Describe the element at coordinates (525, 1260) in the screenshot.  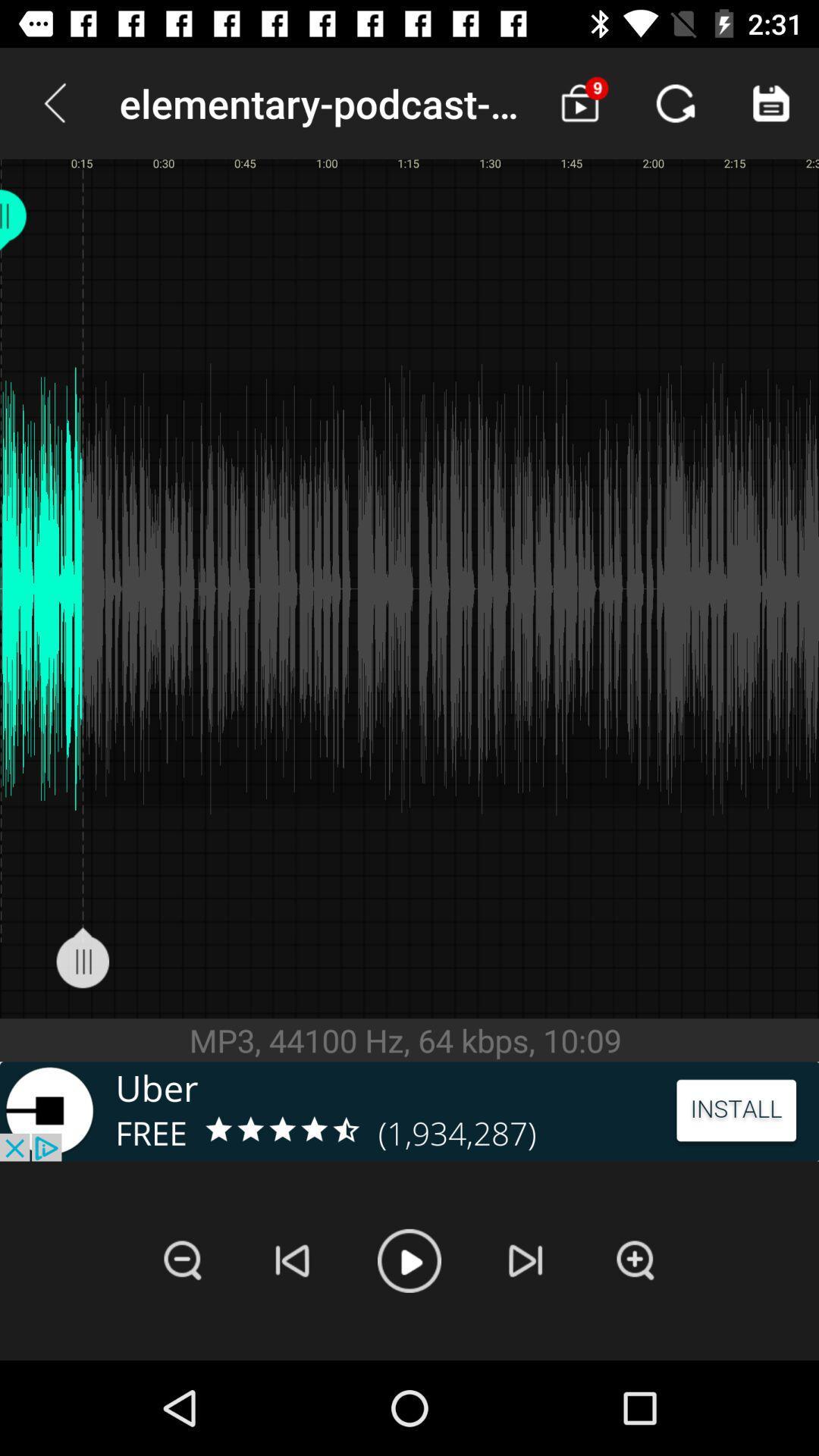
I see `the skip_next icon` at that location.